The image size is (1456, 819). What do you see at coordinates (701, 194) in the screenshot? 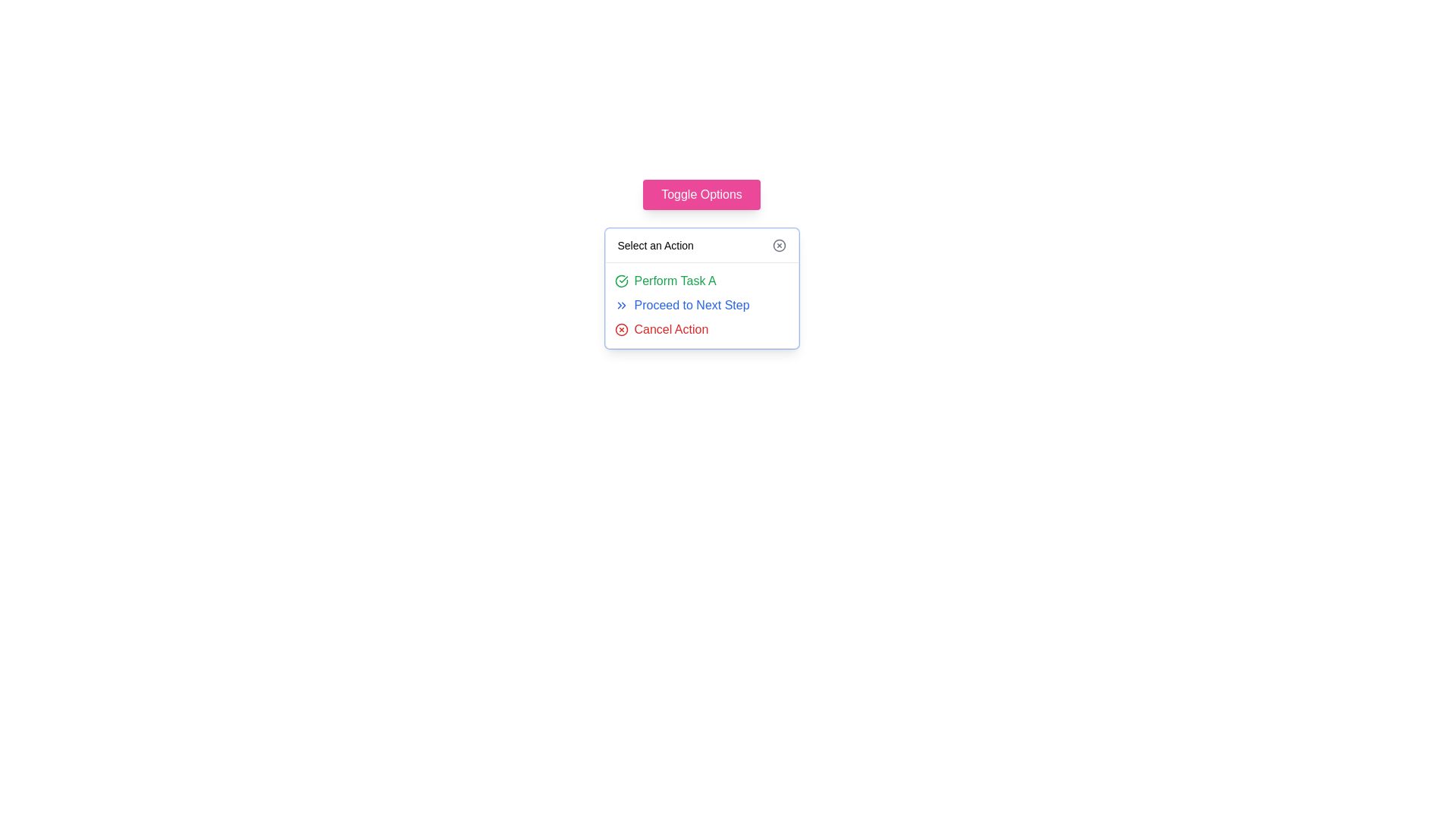
I see `the pink button labeled 'Toggle Options'` at bounding box center [701, 194].